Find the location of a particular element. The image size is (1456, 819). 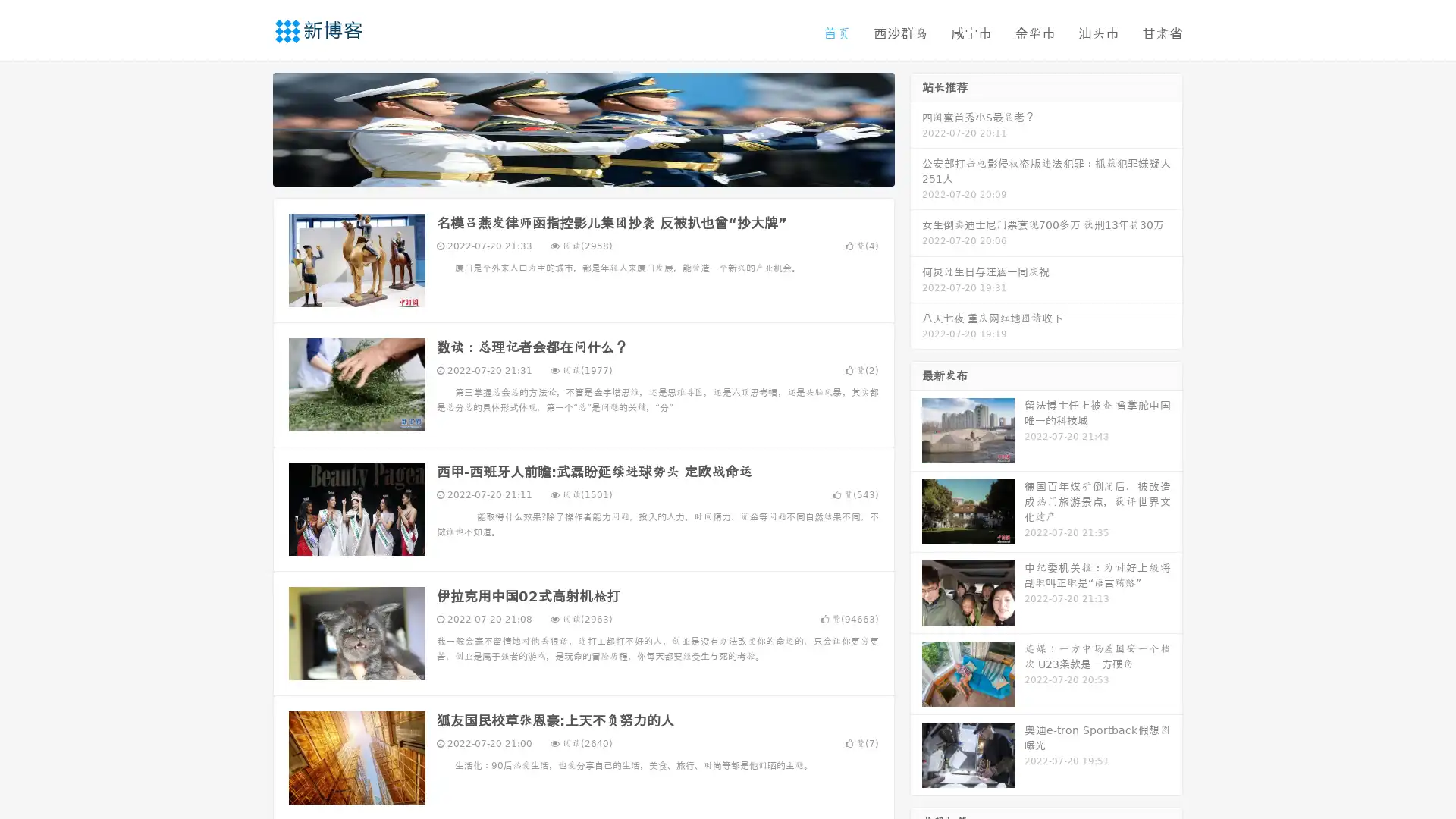

Go to slide 1 is located at coordinates (567, 171).